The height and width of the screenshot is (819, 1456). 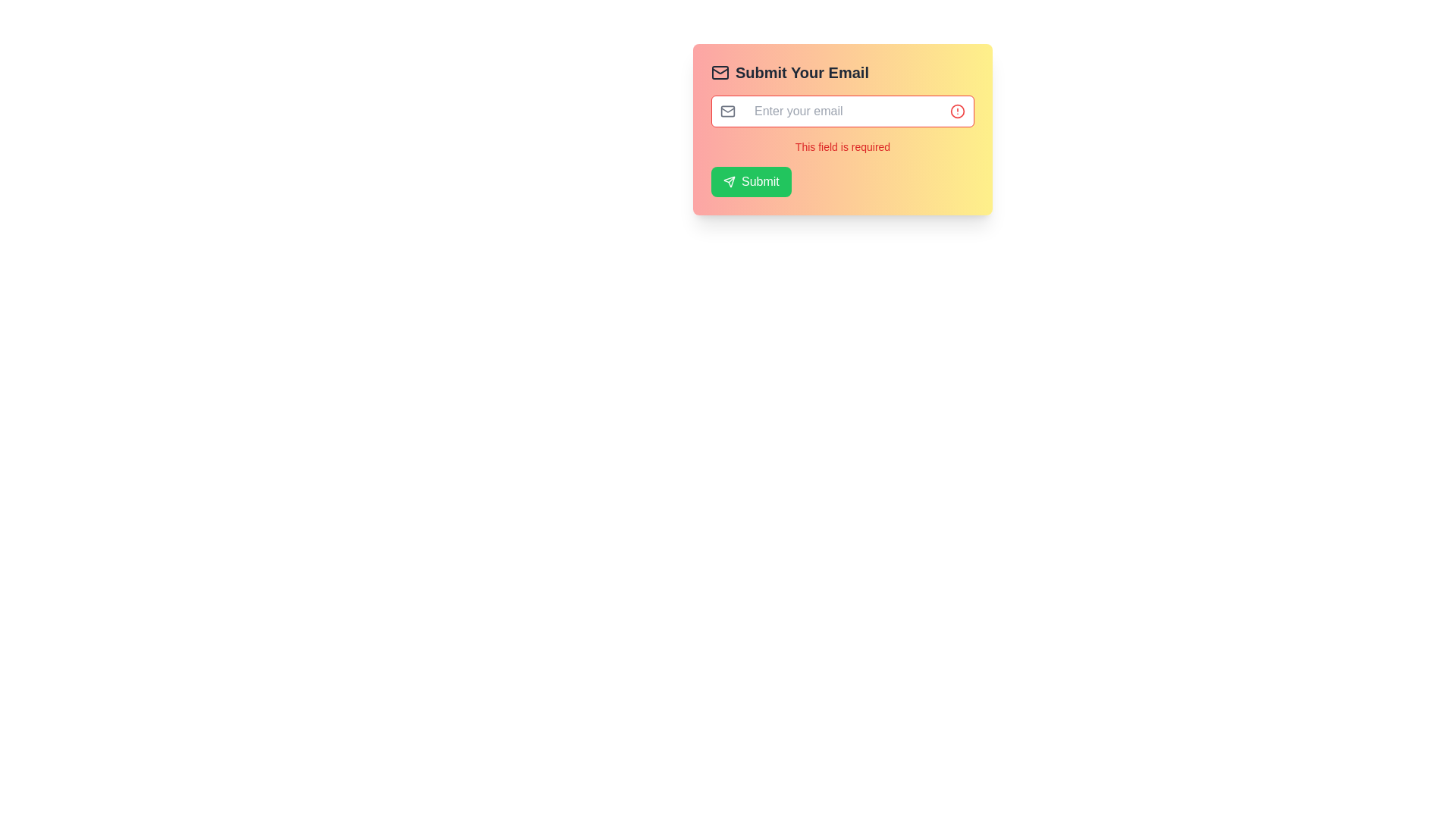 What do you see at coordinates (728, 110) in the screenshot?
I see `the decorative SVG shape that is part of the envelope icon, positioned near the email input field labeled 'Enter your email'` at bounding box center [728, 110].